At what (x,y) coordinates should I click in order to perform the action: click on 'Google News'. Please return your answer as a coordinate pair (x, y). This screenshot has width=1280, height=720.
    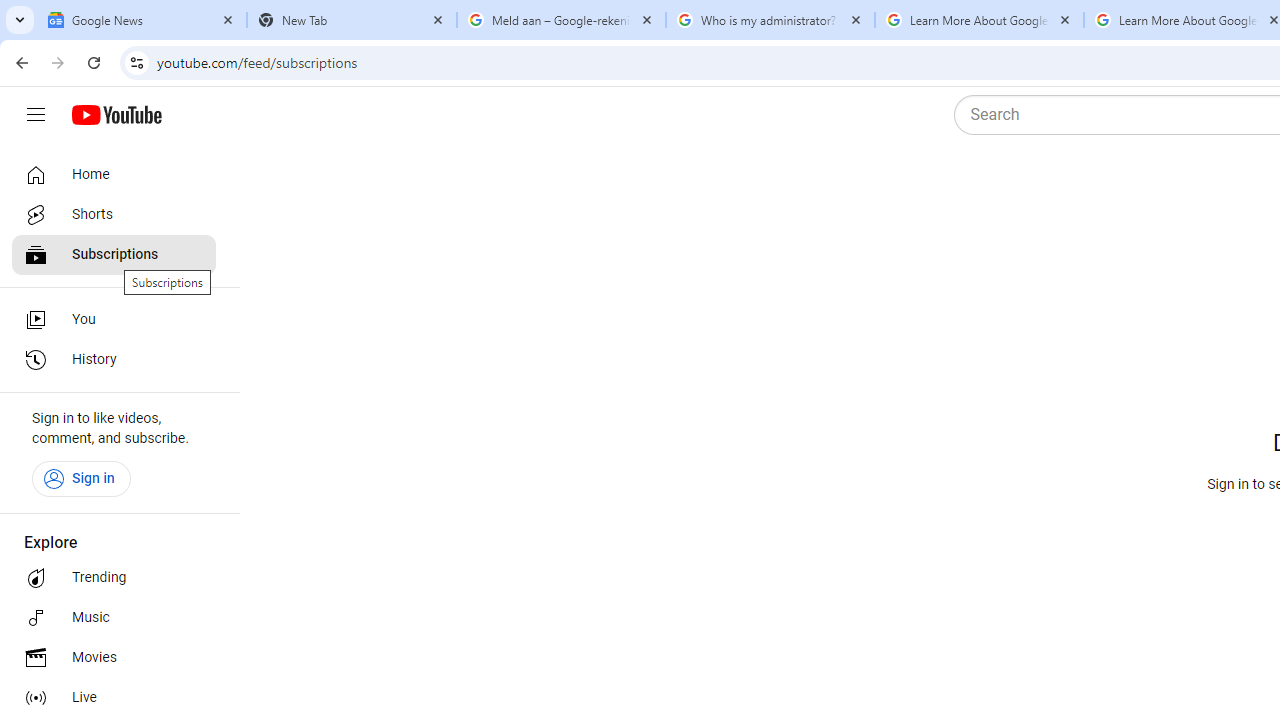
    Looking at the image, I should click on (141, 20).